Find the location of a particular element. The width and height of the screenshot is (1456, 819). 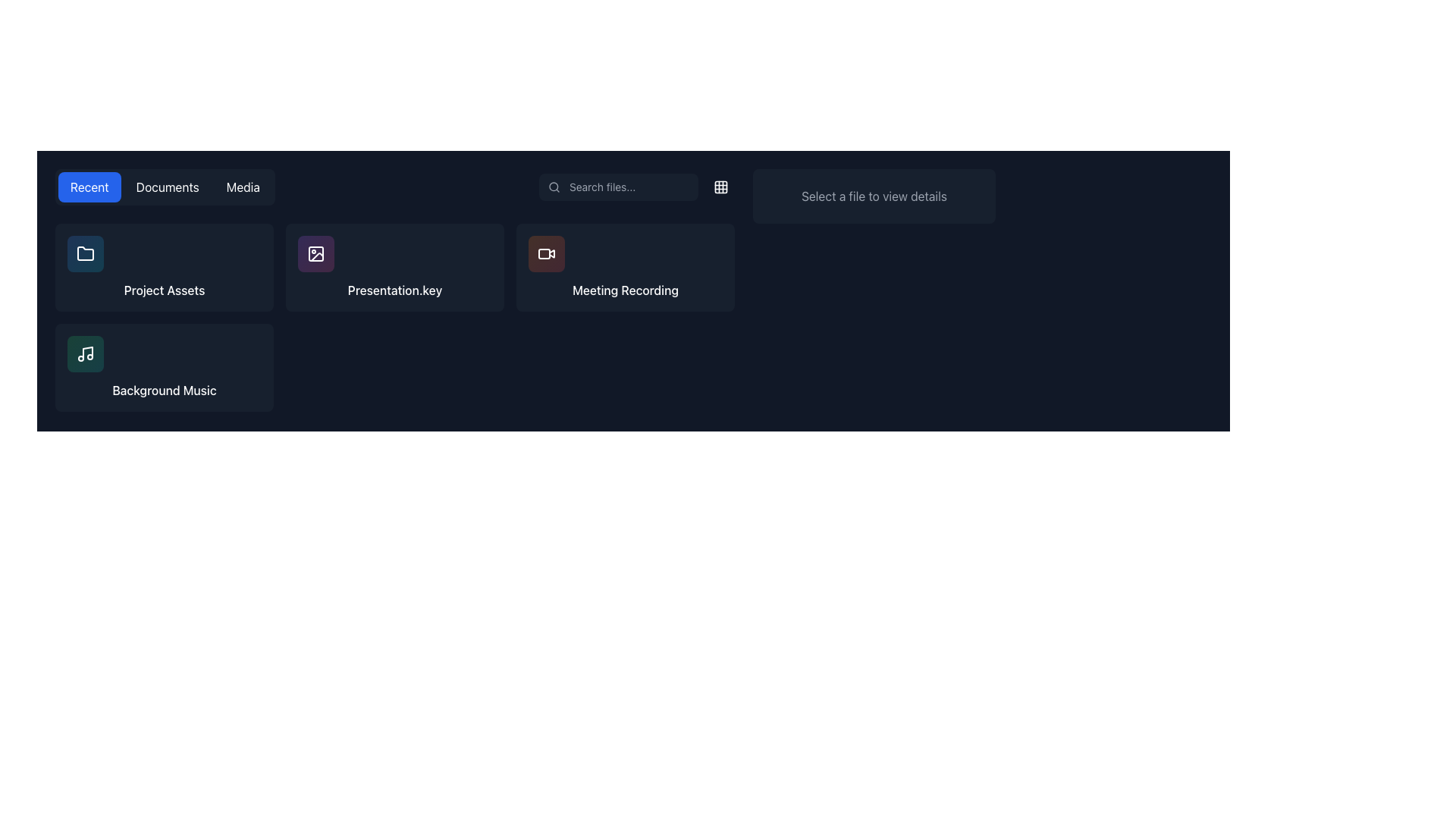

the play button icon located within the 'Meeting Recording' card is located at coordinates (551, 253).